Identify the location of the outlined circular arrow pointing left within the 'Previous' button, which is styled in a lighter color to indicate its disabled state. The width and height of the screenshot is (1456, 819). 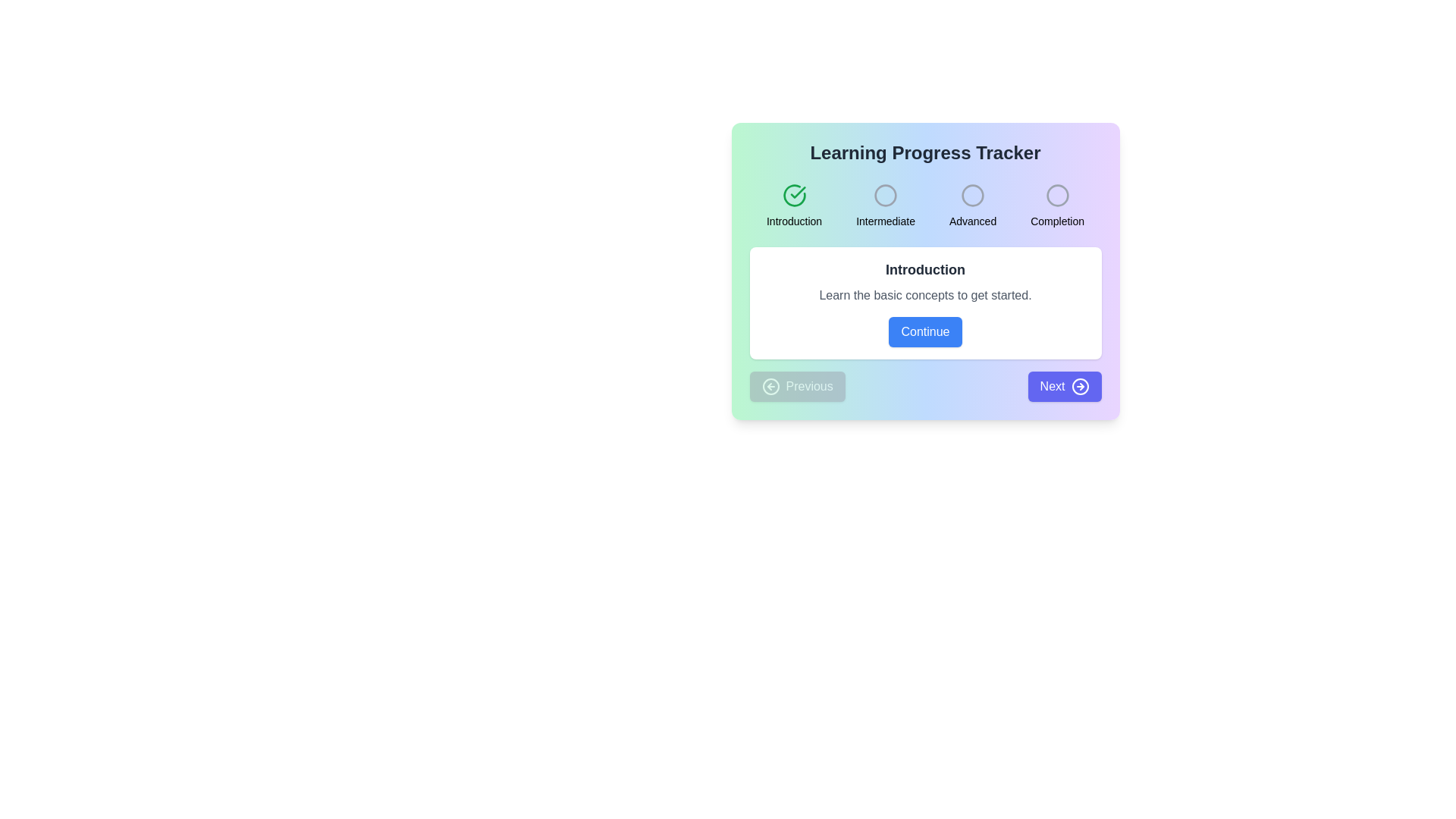
(770, 385).